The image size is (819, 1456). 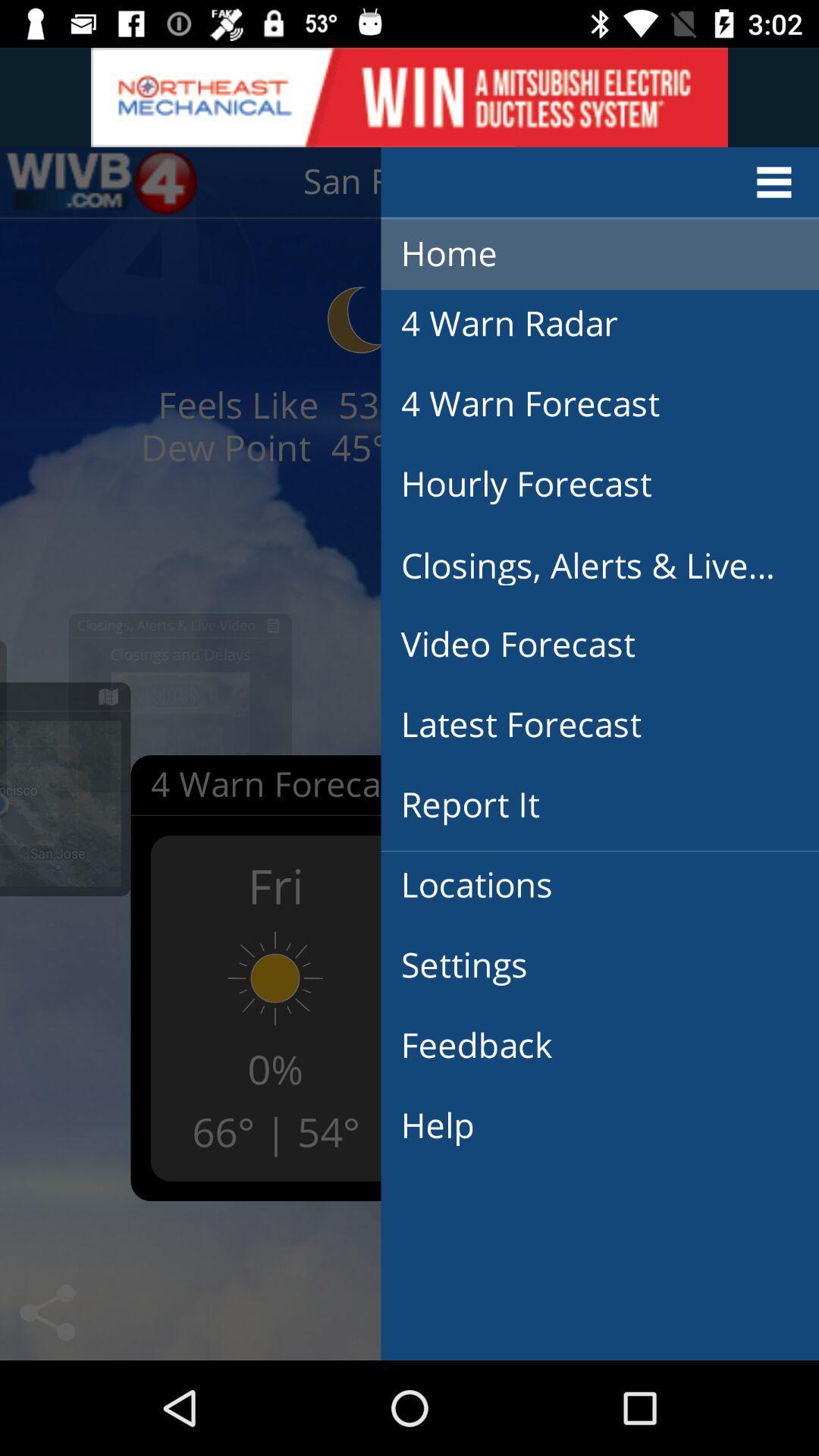 I want to click on the share icon, so click(x=46, y=1312).